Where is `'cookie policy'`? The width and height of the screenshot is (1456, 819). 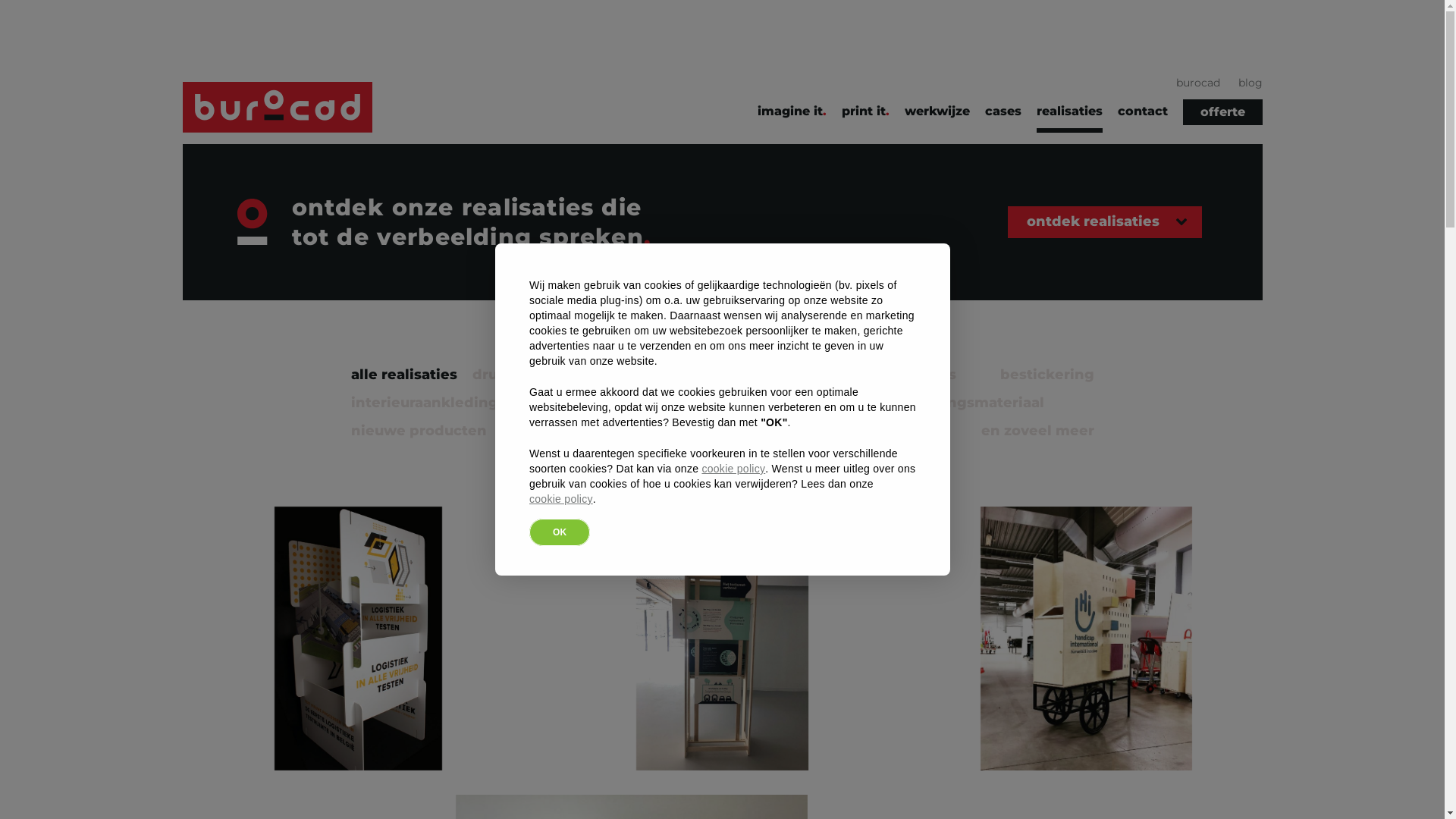
'cookie policy' is located at coordinates (529, 499).